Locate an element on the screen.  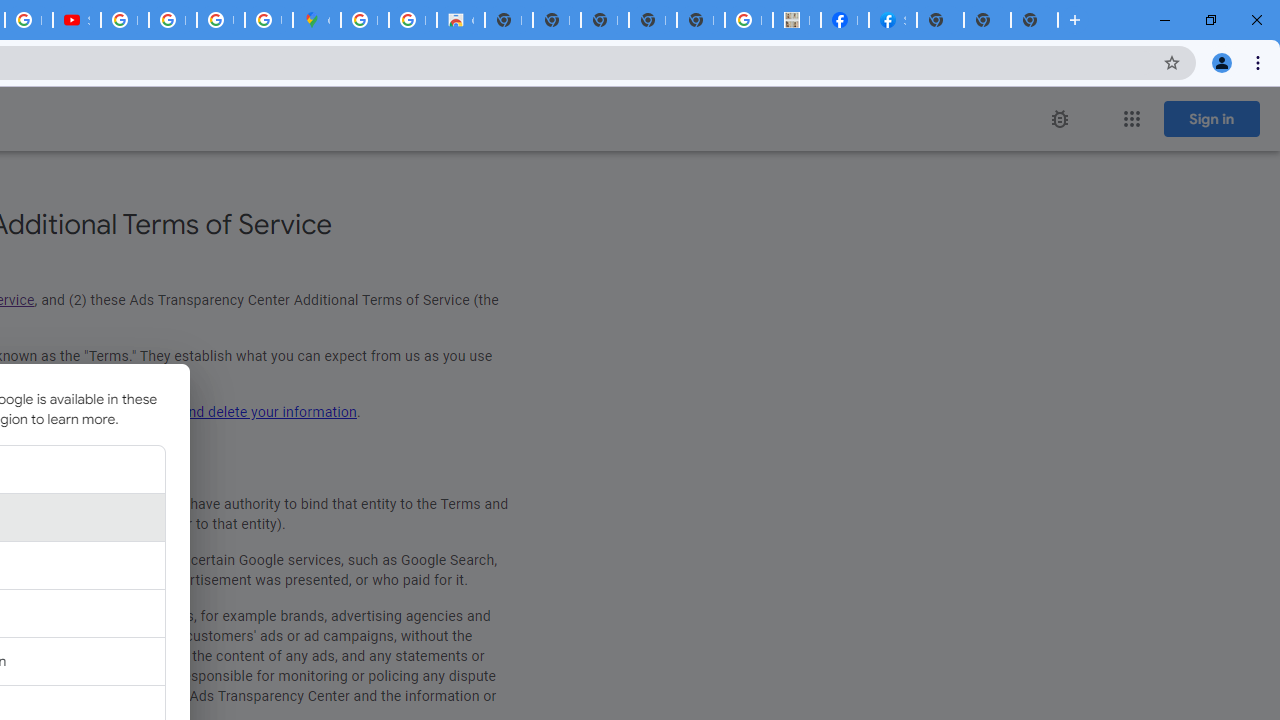
'Google Maps' is located at coordinates (315, 20).